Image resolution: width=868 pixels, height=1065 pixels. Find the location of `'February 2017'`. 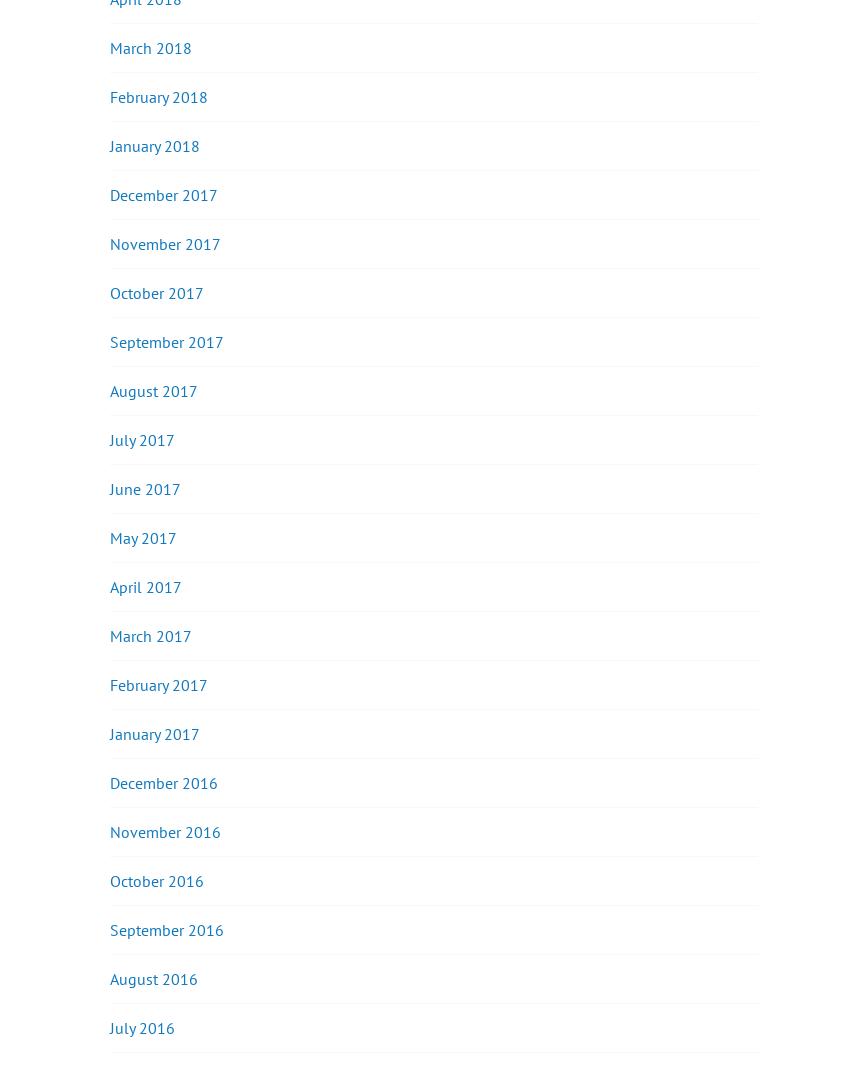

'February 2017' is located at coordinates (109, 684).